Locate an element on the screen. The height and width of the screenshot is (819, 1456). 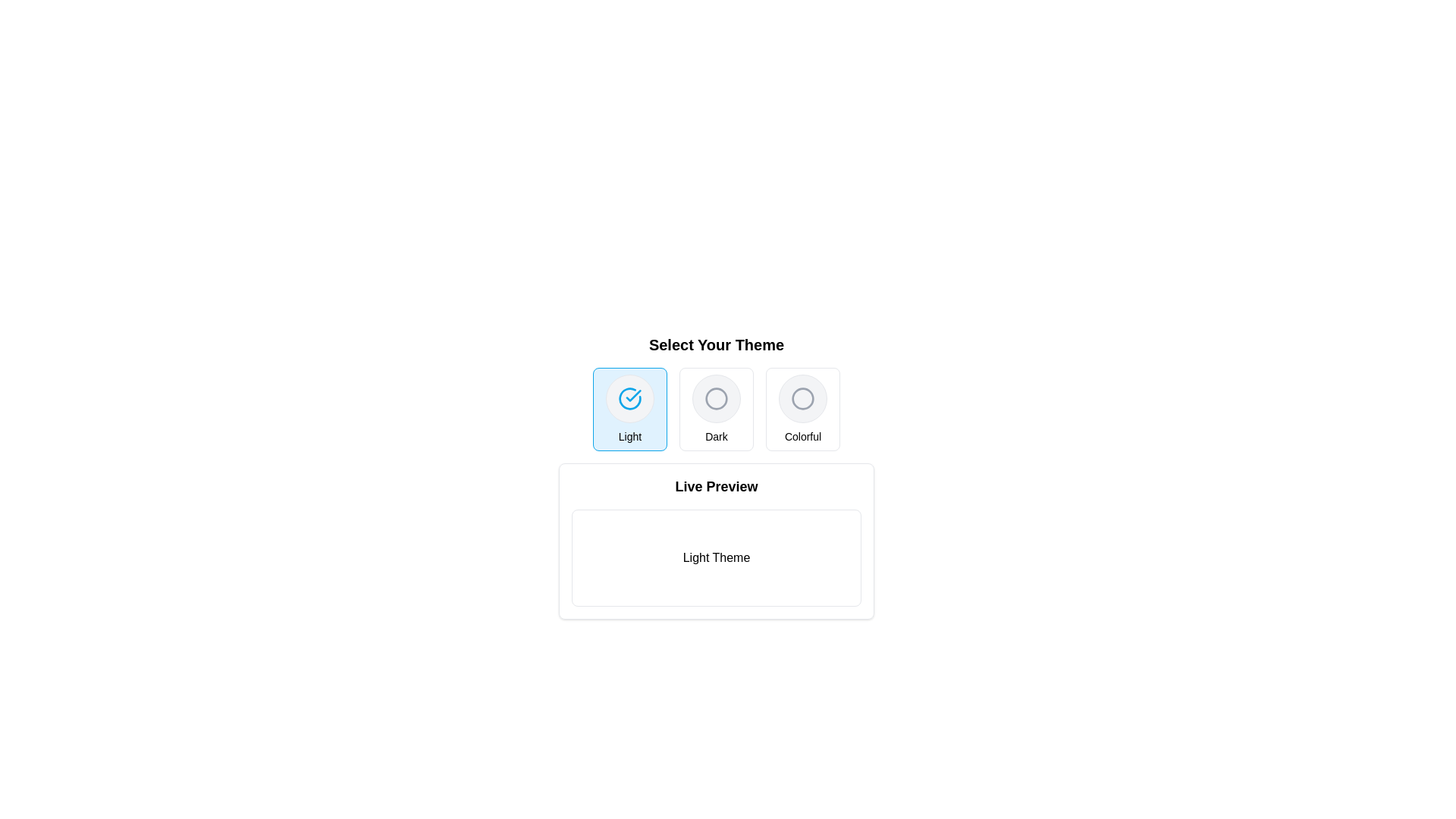
the 'Light', 'Dark', and 'Colorful' theme options button group for keyboard navigation, located below 'Select Your Theme' and above 'Live Preview' is located at coordinates (716, 409).